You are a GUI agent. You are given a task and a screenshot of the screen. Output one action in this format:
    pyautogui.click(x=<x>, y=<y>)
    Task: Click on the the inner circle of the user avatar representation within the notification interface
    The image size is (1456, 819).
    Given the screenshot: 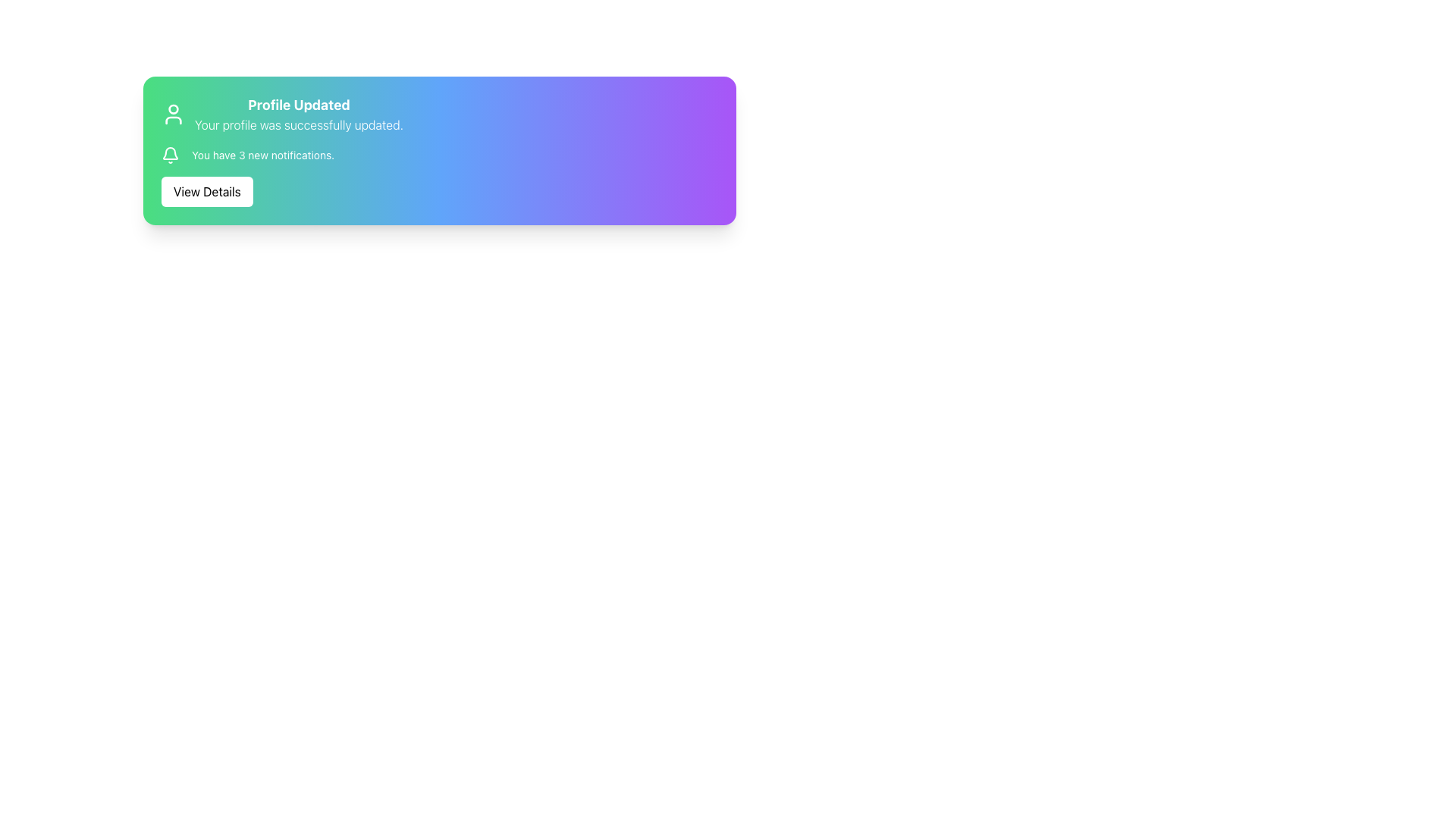 What is the action you would take?
    pyautogui.click(x=174, y=108)
    